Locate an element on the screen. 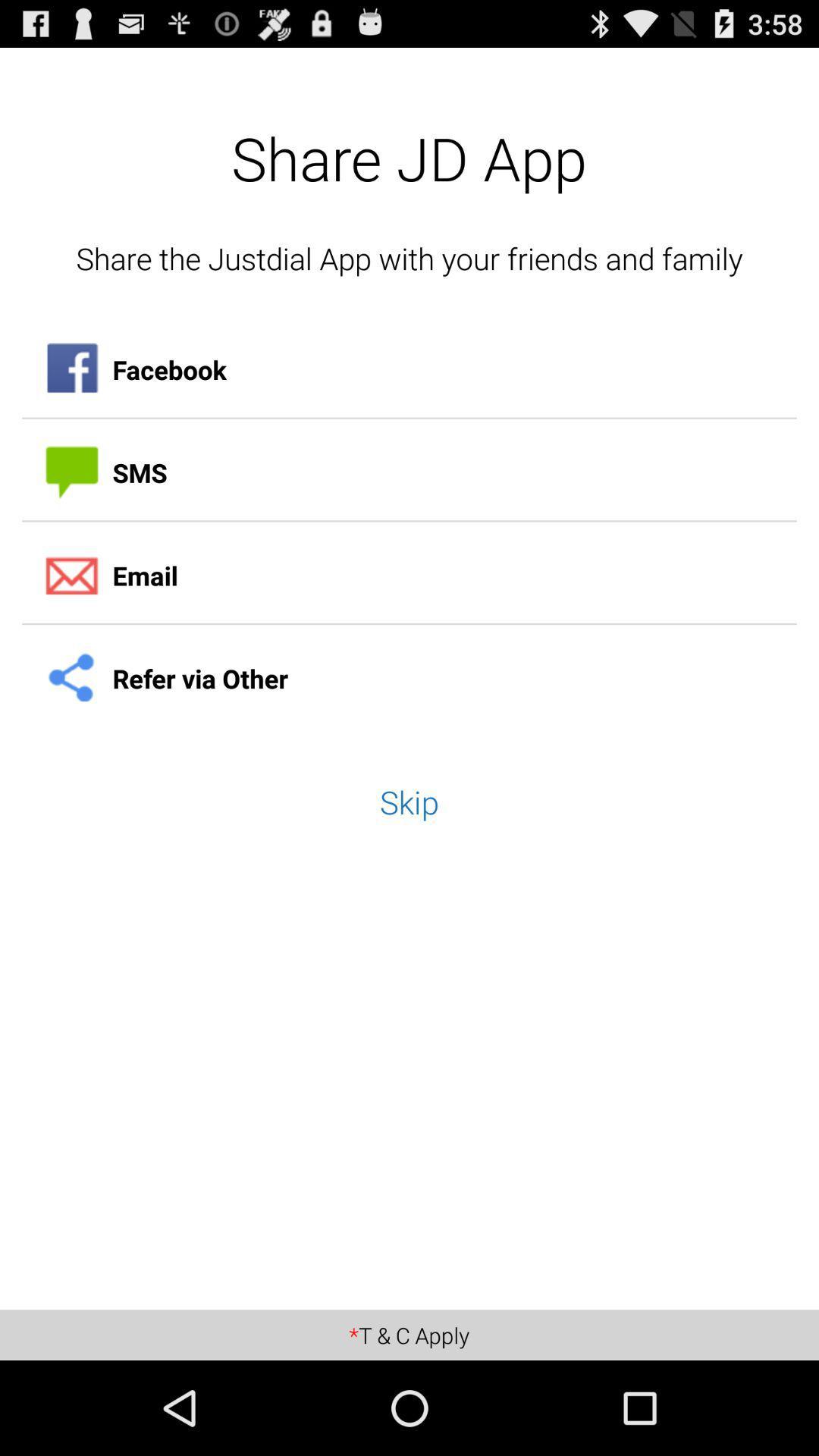  the email is located at coordinates (409, 575).